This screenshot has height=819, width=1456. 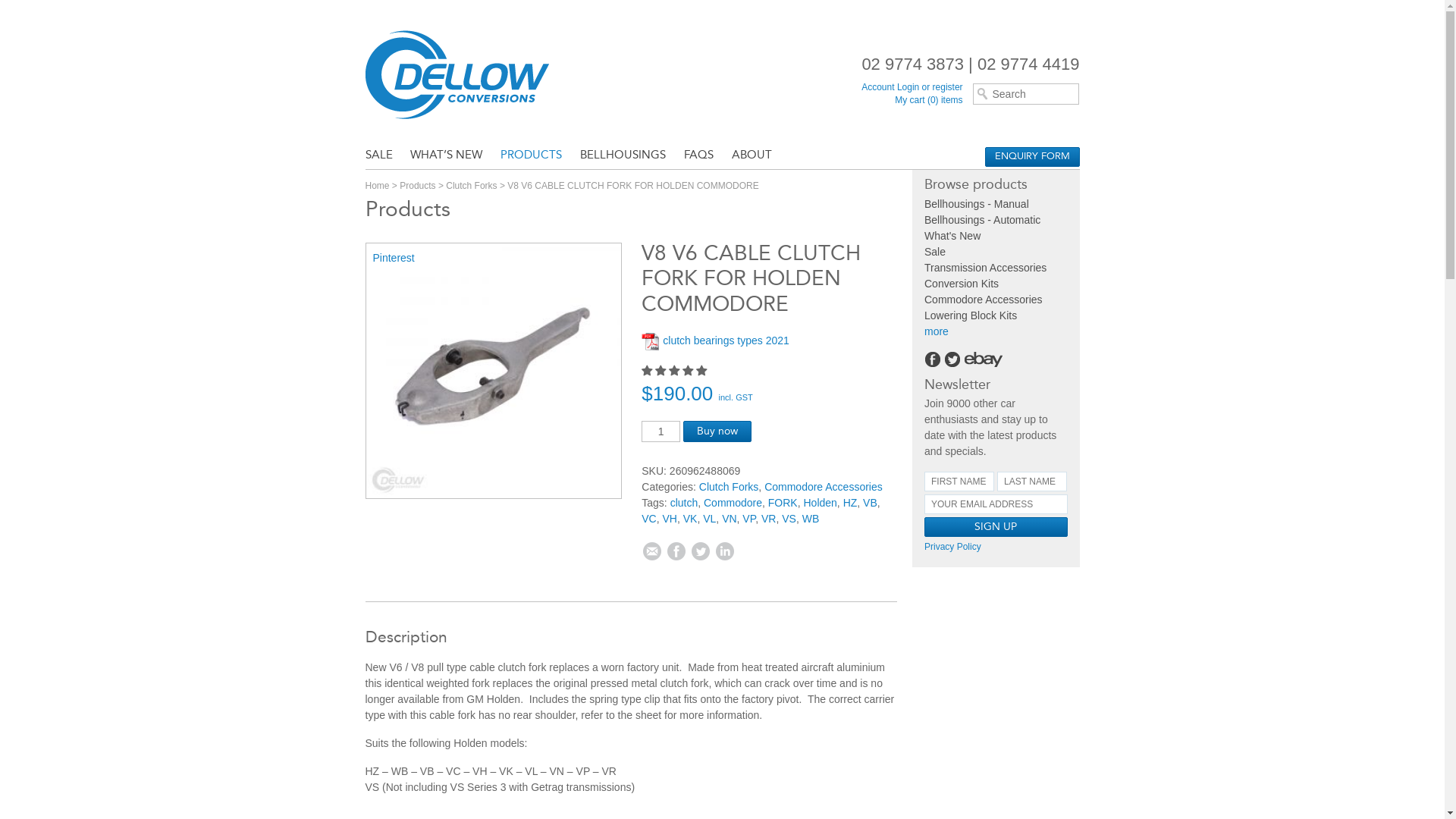 What do you see at coordinates (714, 342) in the screenshot?
I see `'clutch bearings types 2021'` at bounding box center [714, 342].